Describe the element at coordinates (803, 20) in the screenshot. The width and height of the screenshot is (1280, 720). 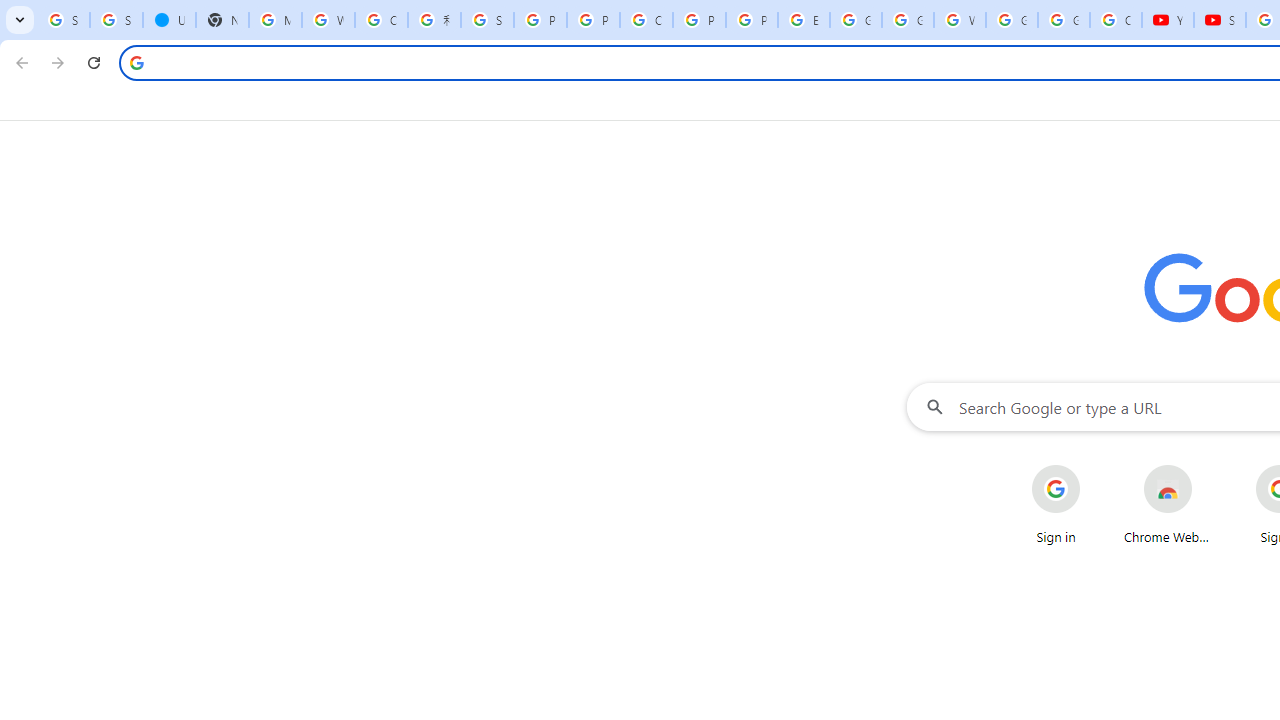
I see `'Edit and view right-to-left text - Google Docs Editors Help'` at that location.